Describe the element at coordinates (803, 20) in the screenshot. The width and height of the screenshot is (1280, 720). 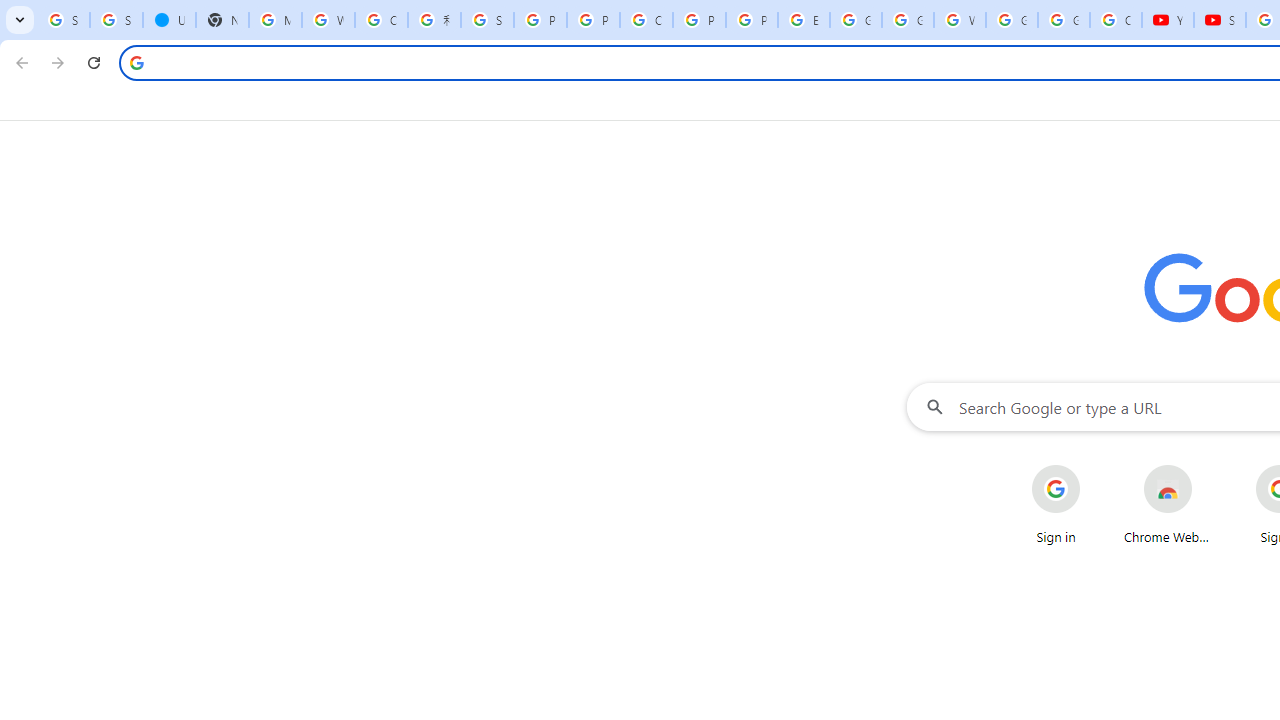
I see `'Edit and view right-to-left text - Google Docs Editors Help'` at that location.